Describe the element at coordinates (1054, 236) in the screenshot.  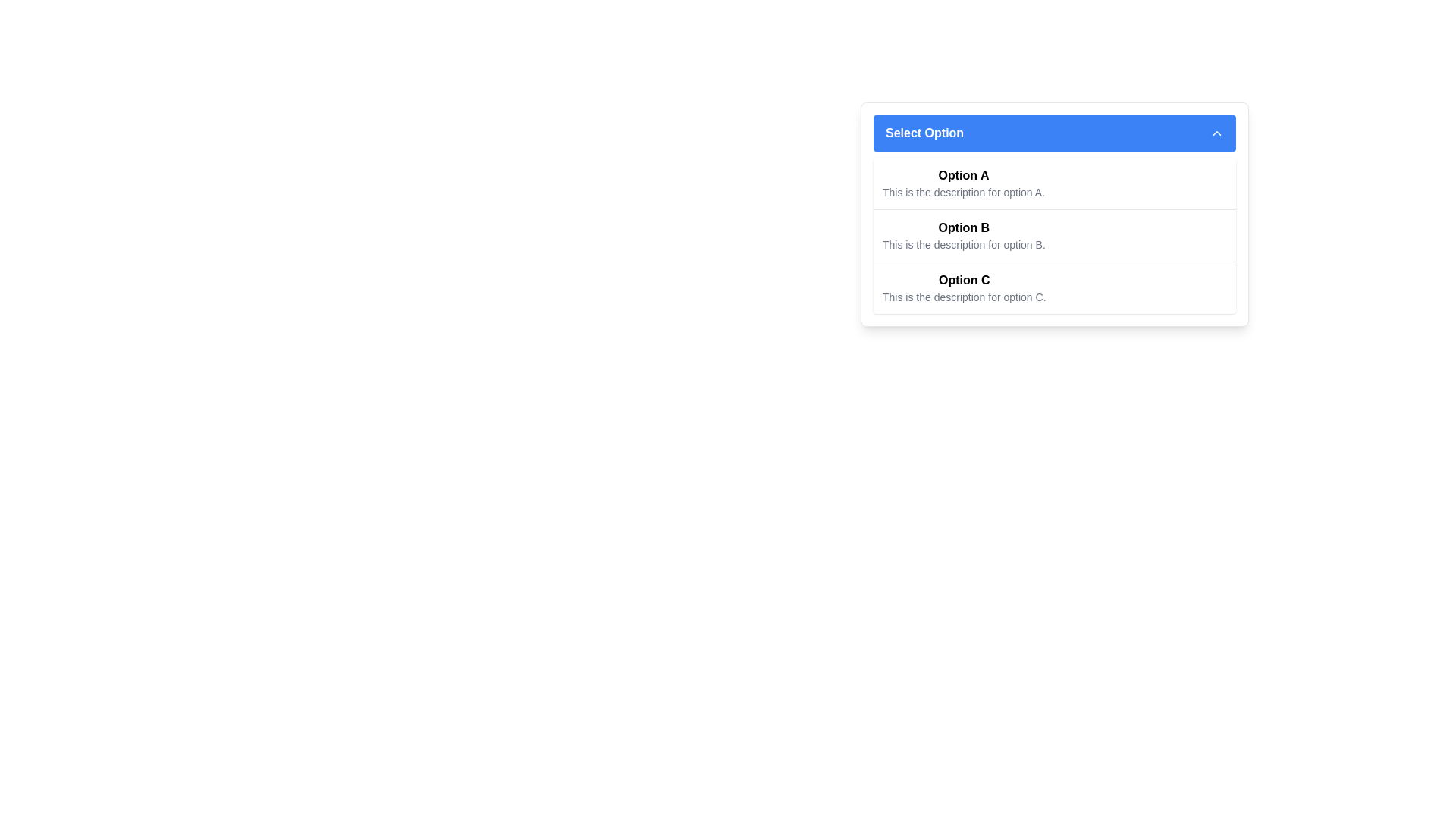
I see `the dropdown option labeled 'Option B'` at that location.